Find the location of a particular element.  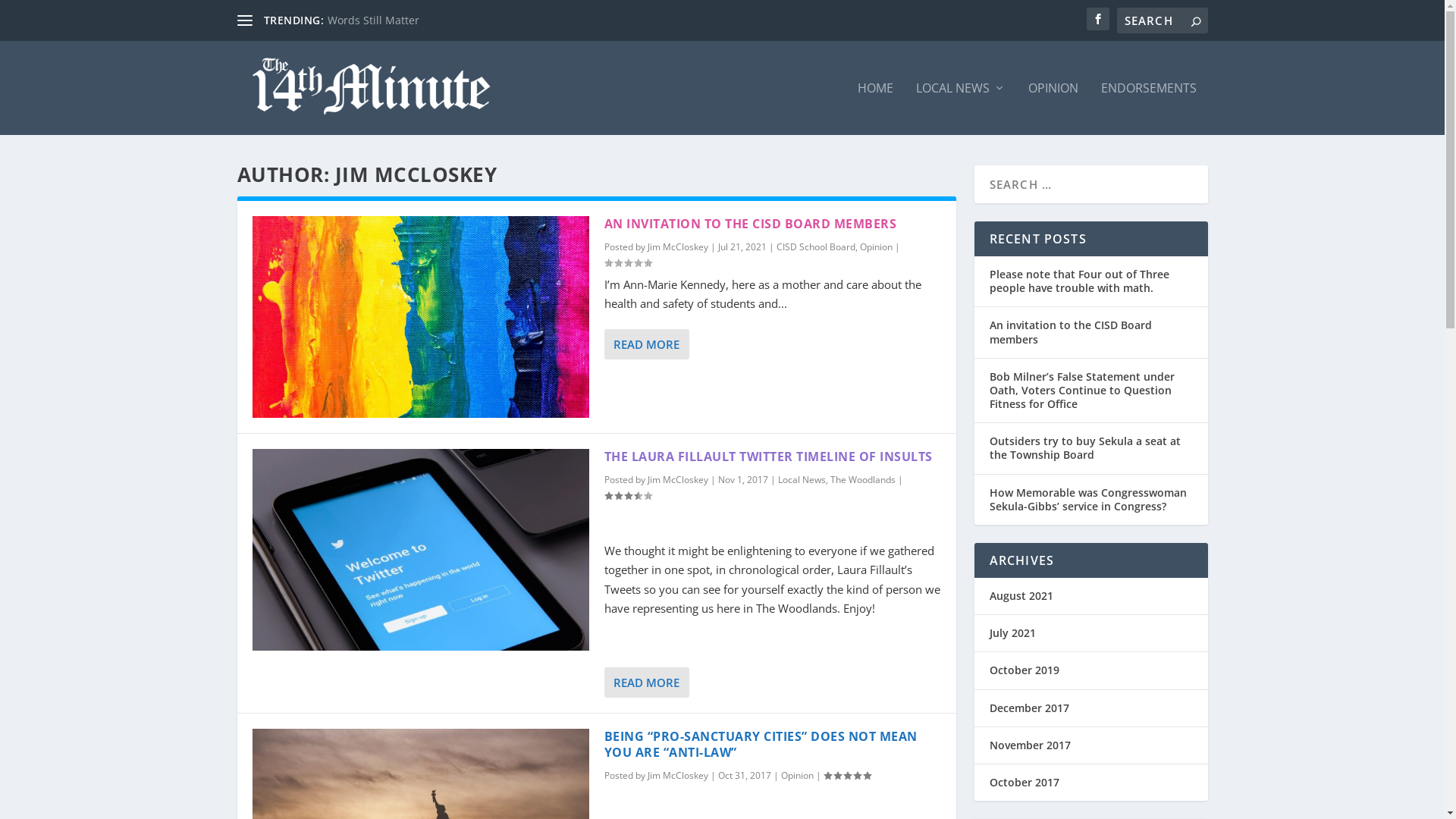

'Rating: 0.00' is located at coordinates (626, 262).